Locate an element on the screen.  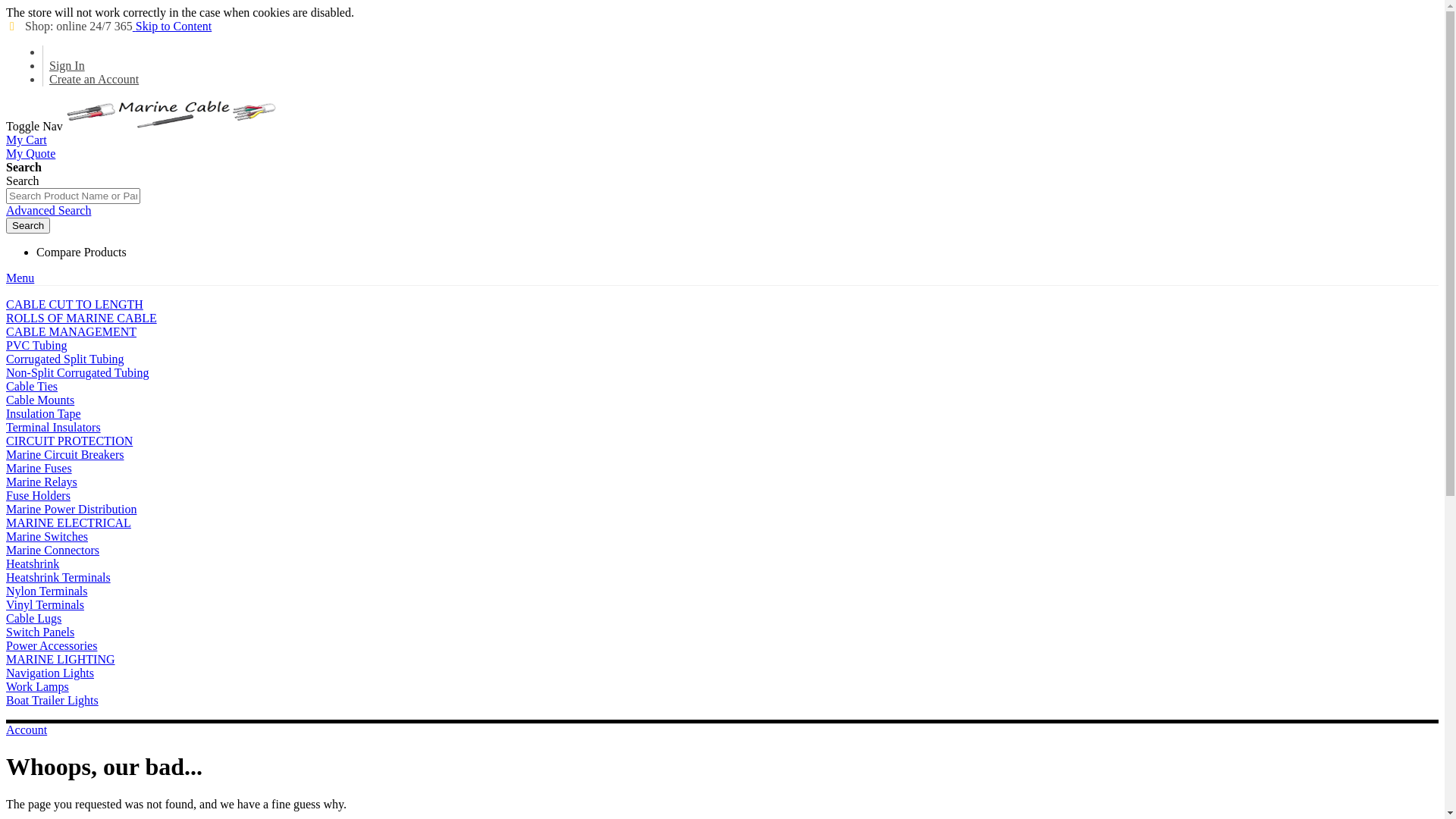
'Heatshrink' is located at coordinates (33, 563).